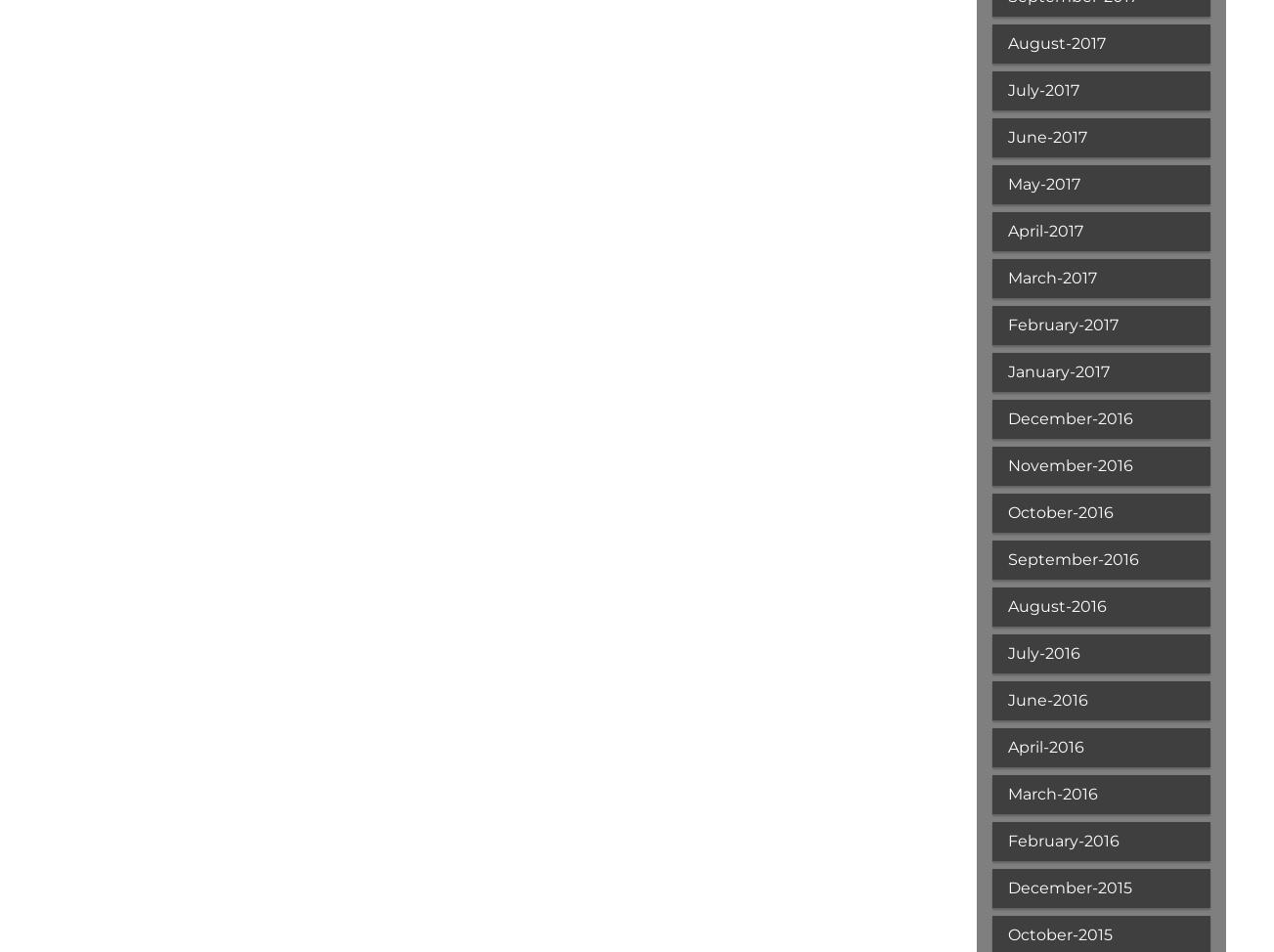  Describe the element at coordinates (1043, 231) in the screenshot. I see `'April-2017'` at that location.